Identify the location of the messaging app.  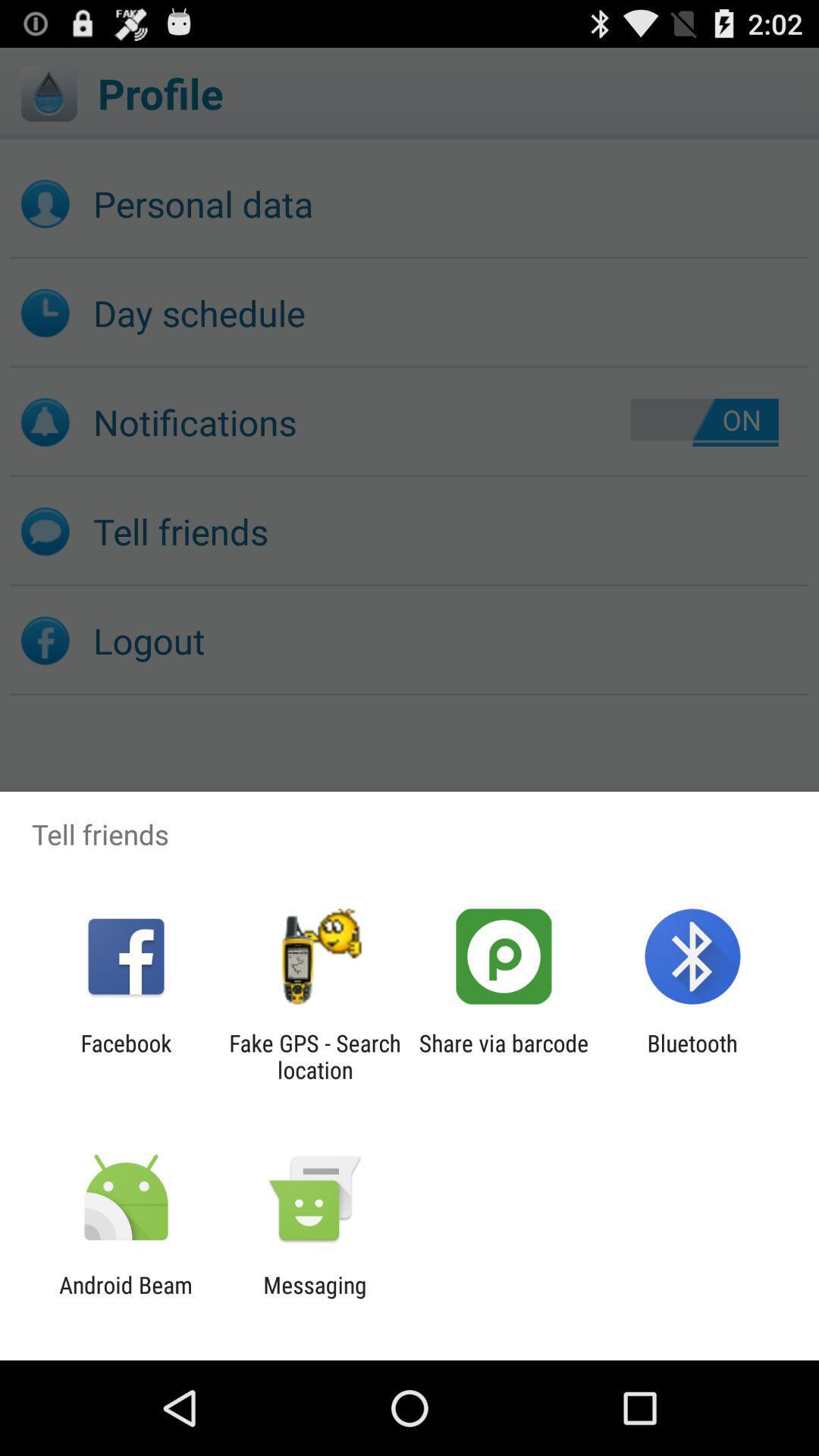
(314, 1298).